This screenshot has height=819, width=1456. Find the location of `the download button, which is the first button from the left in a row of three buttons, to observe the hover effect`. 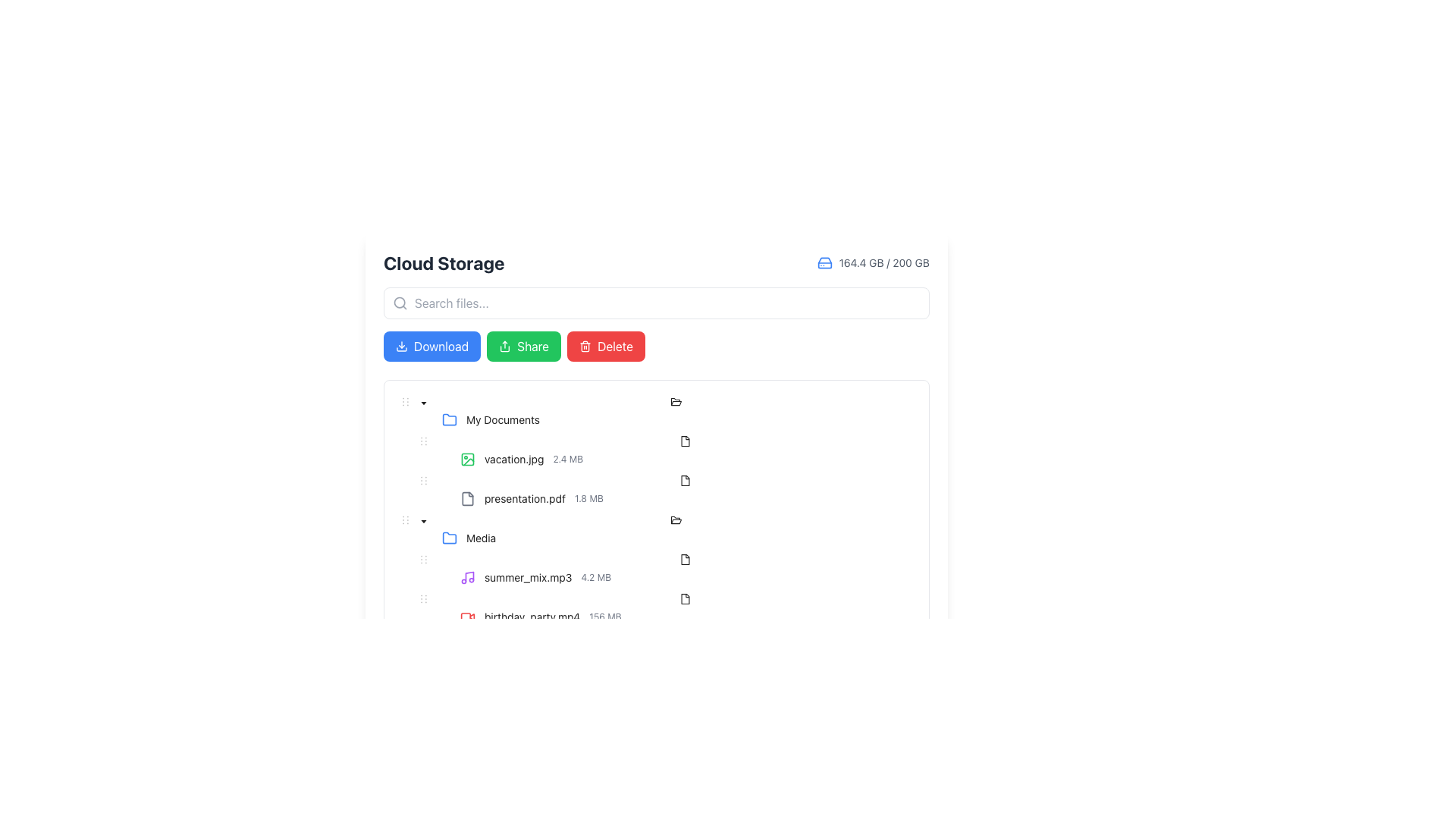

the download button, which is the first button from the left in a row of three buttons, to observe the hover effect is located at coordinates (431, 346).